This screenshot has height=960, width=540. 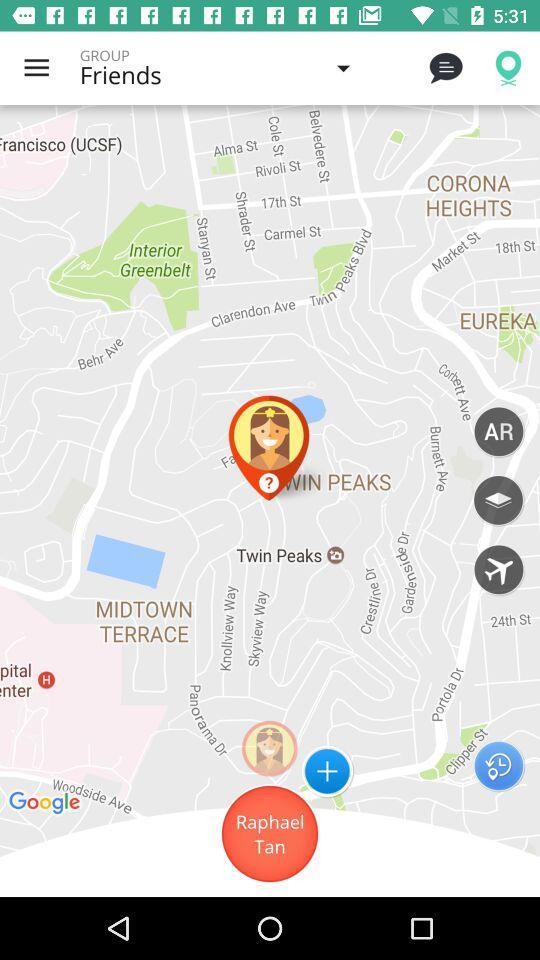 I want to click on ar, so click(x=497, y=431).